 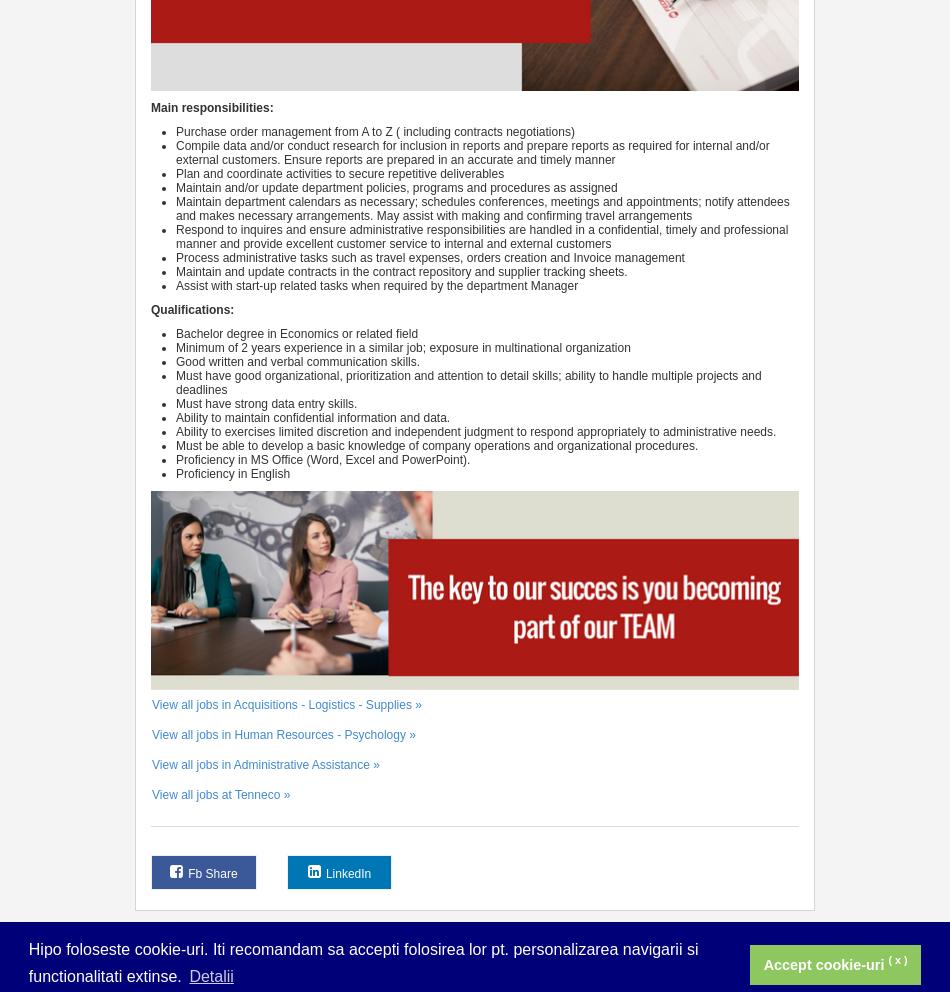 What do you see at coordinates (265, 402) in the screenshot?
I see `'Must have strong data entry skills.'` at bounding box center [265, 402].